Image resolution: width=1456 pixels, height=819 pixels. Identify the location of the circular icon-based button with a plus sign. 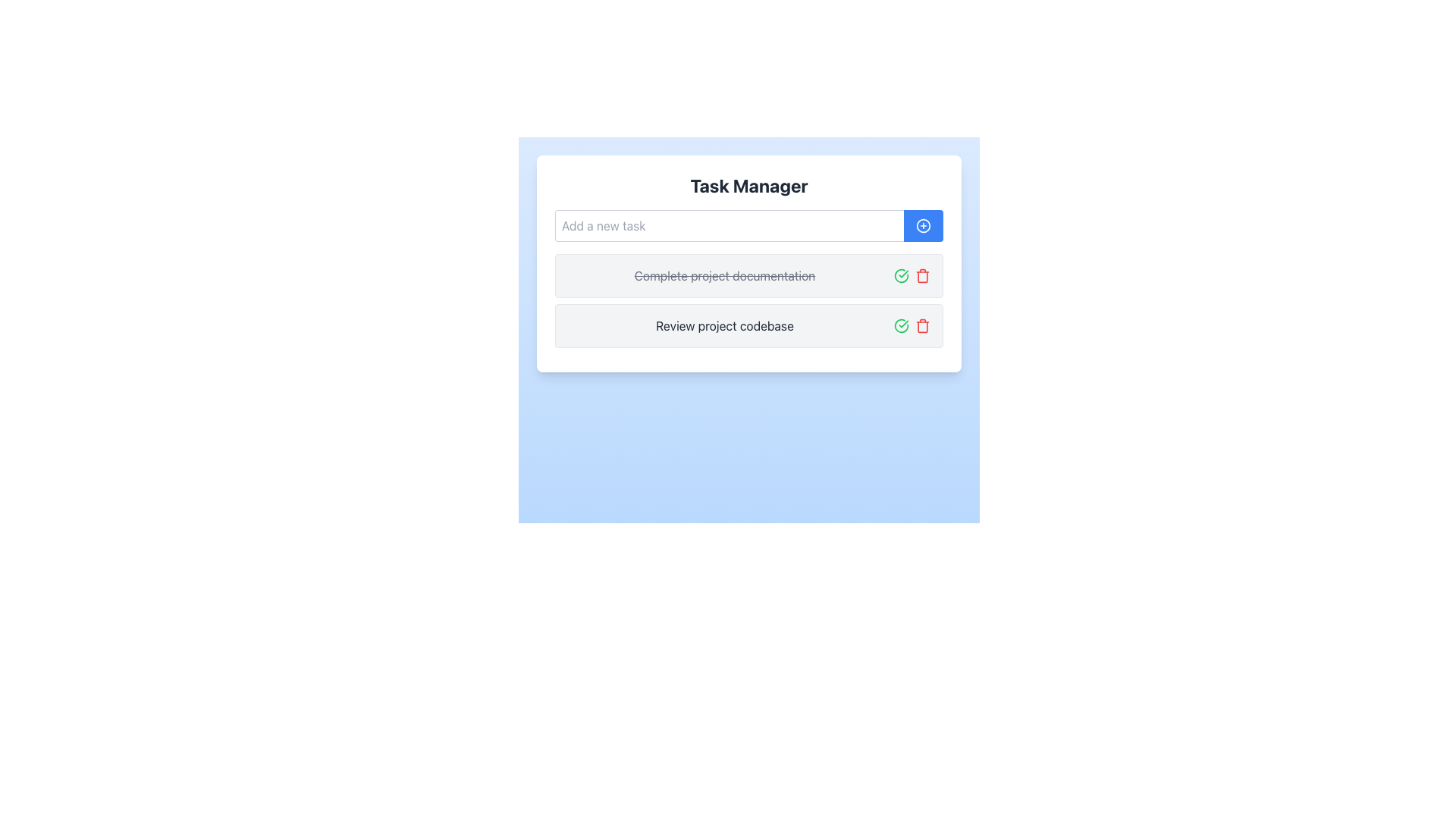
(923, 225).